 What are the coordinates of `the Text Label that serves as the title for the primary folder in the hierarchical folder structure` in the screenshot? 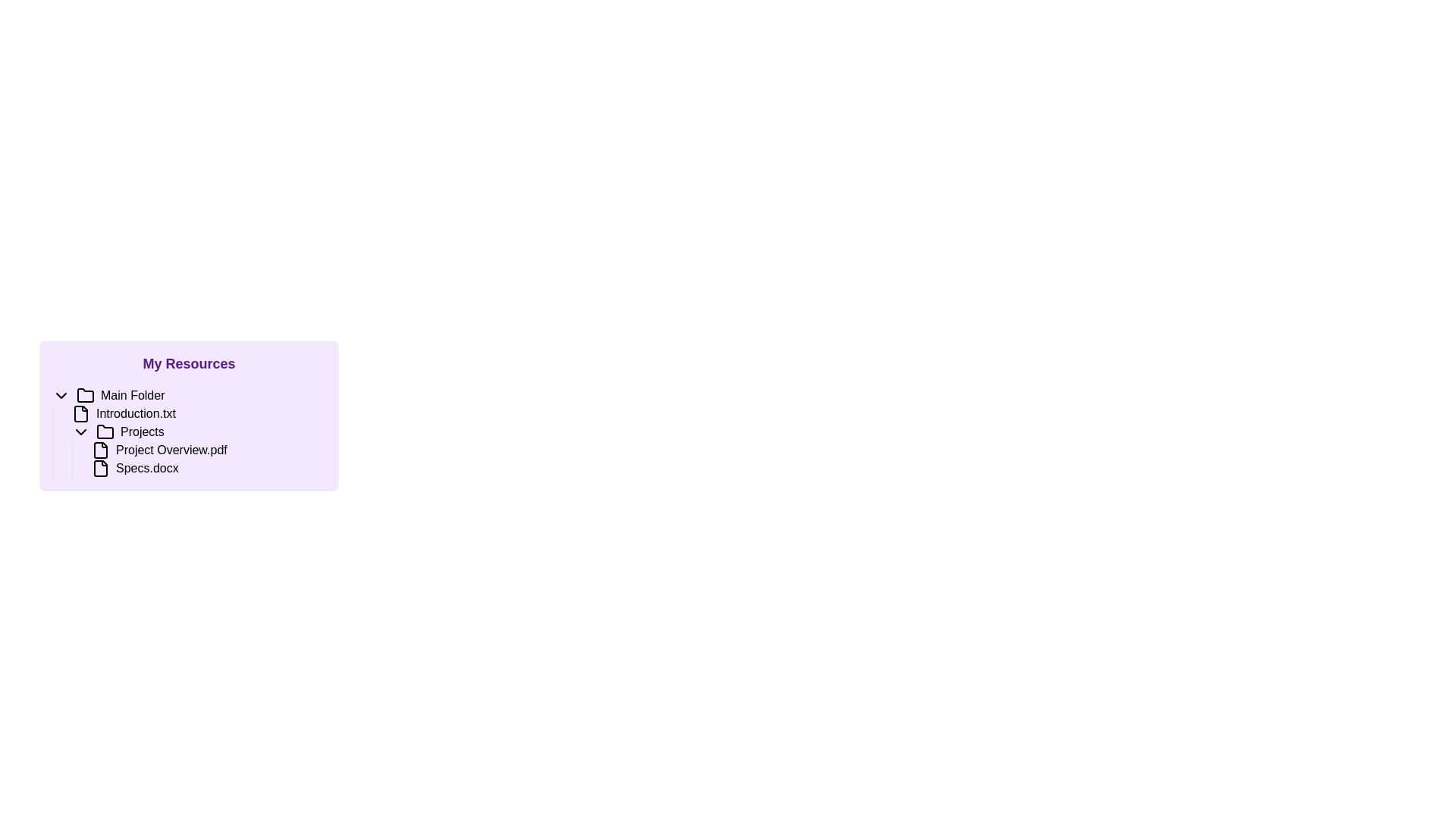 It's located at (133, 394).